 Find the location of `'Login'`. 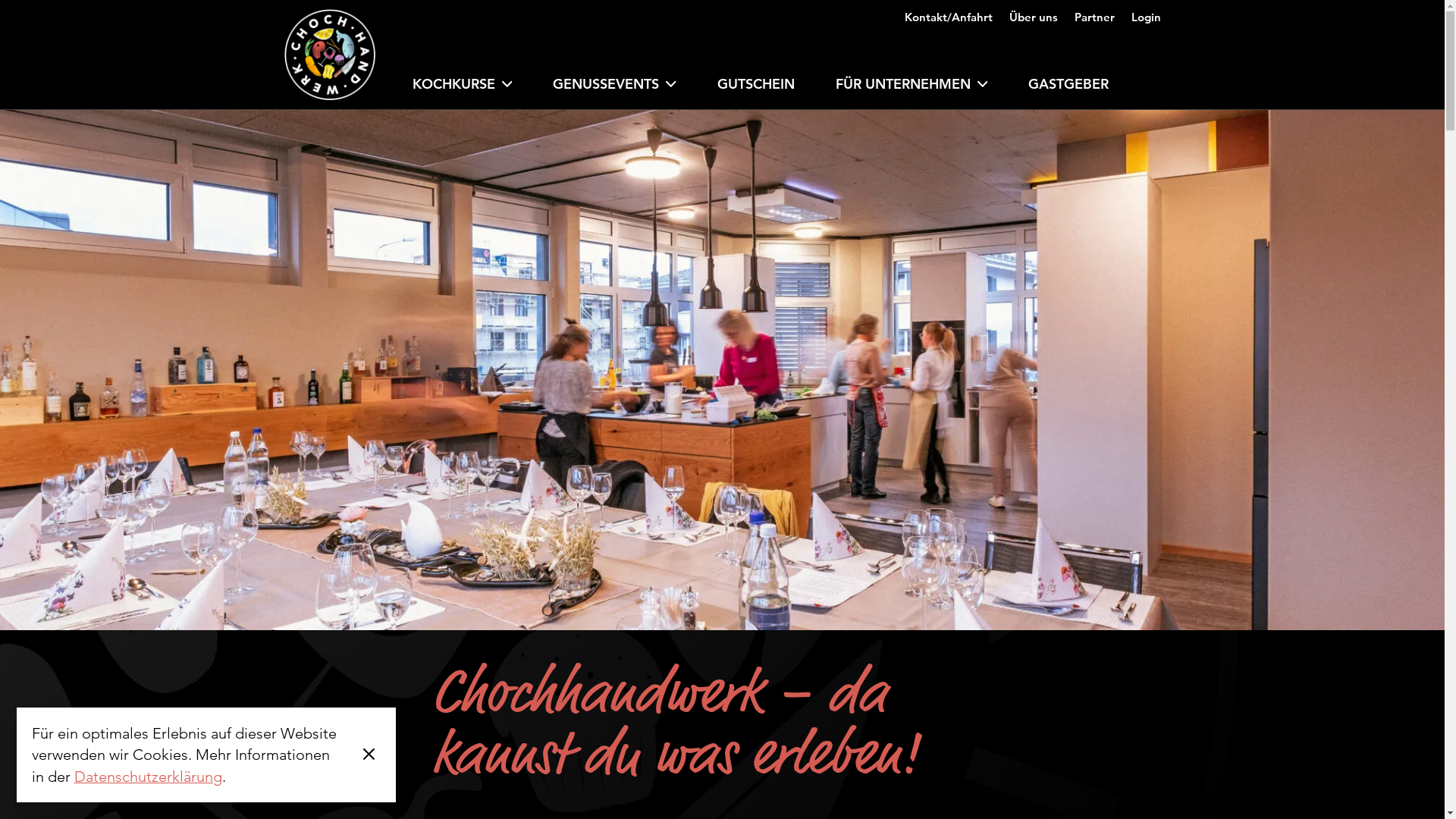

'Login' is located at coordinates (1146, 12).